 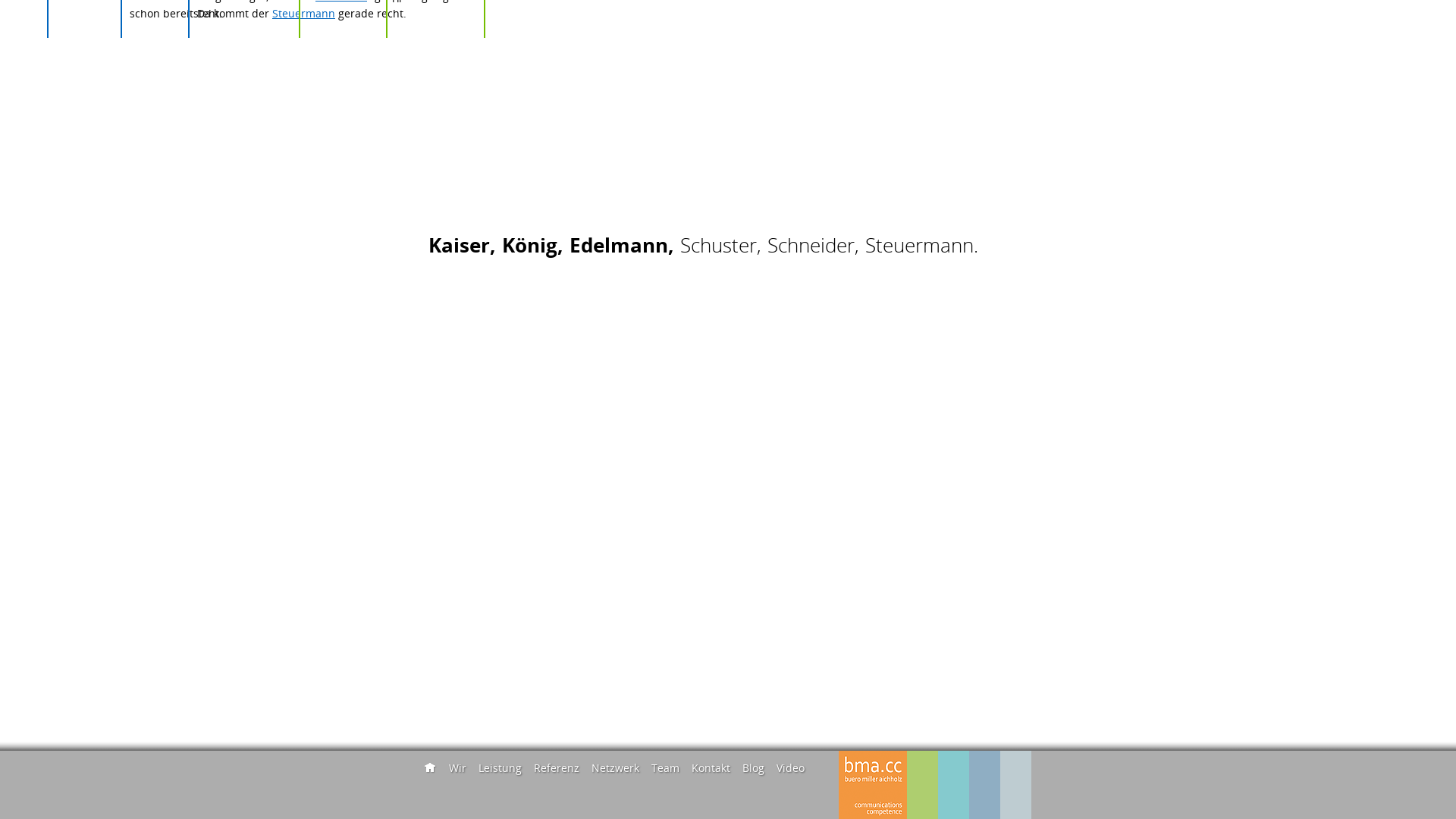 I want to click on 'Wir', so click(x=457, y=767).